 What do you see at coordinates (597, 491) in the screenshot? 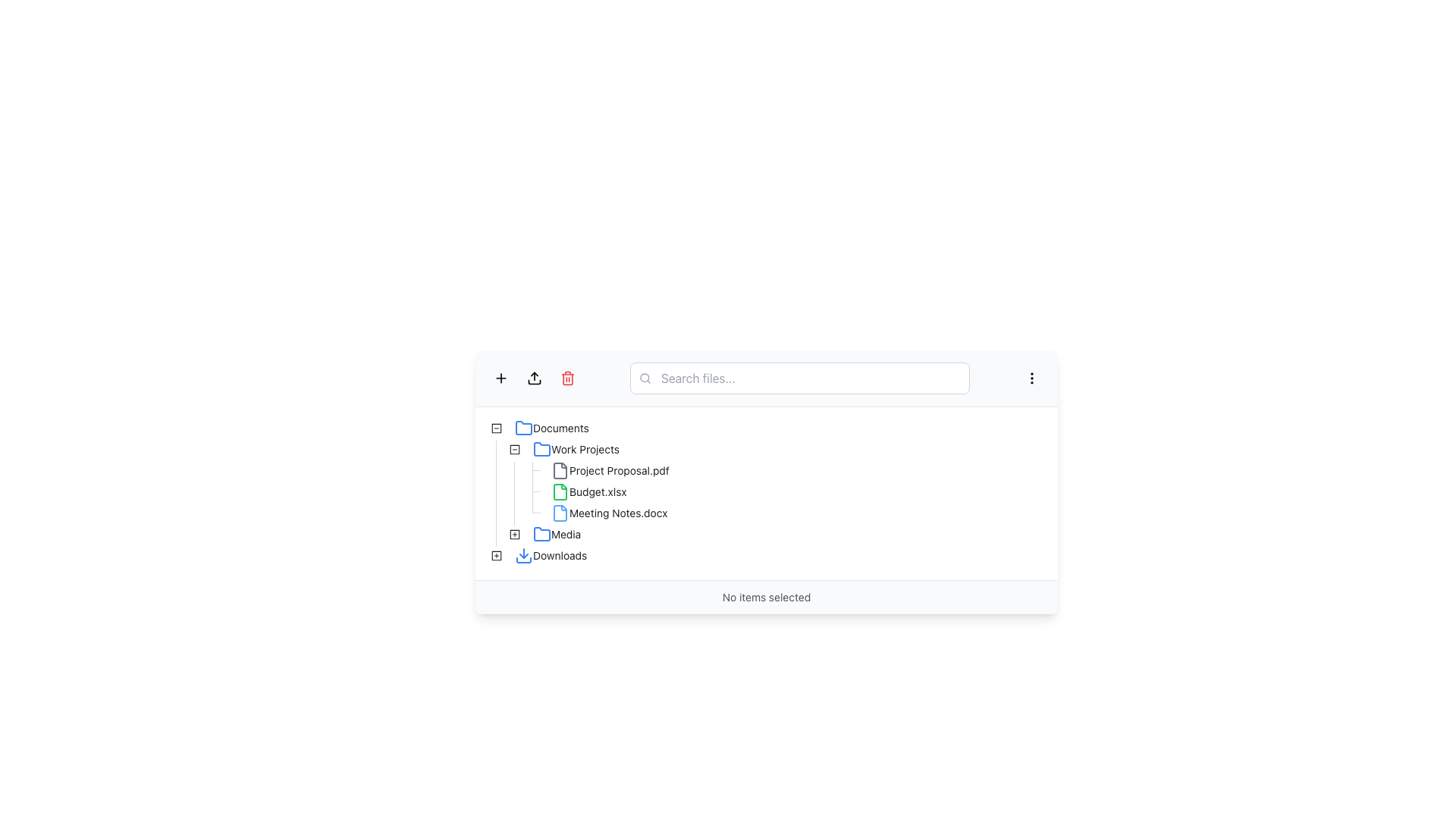
I see `the text label displaying 'Budget.xlsx' in the interactive tree view` at bounding box center [597, 491].